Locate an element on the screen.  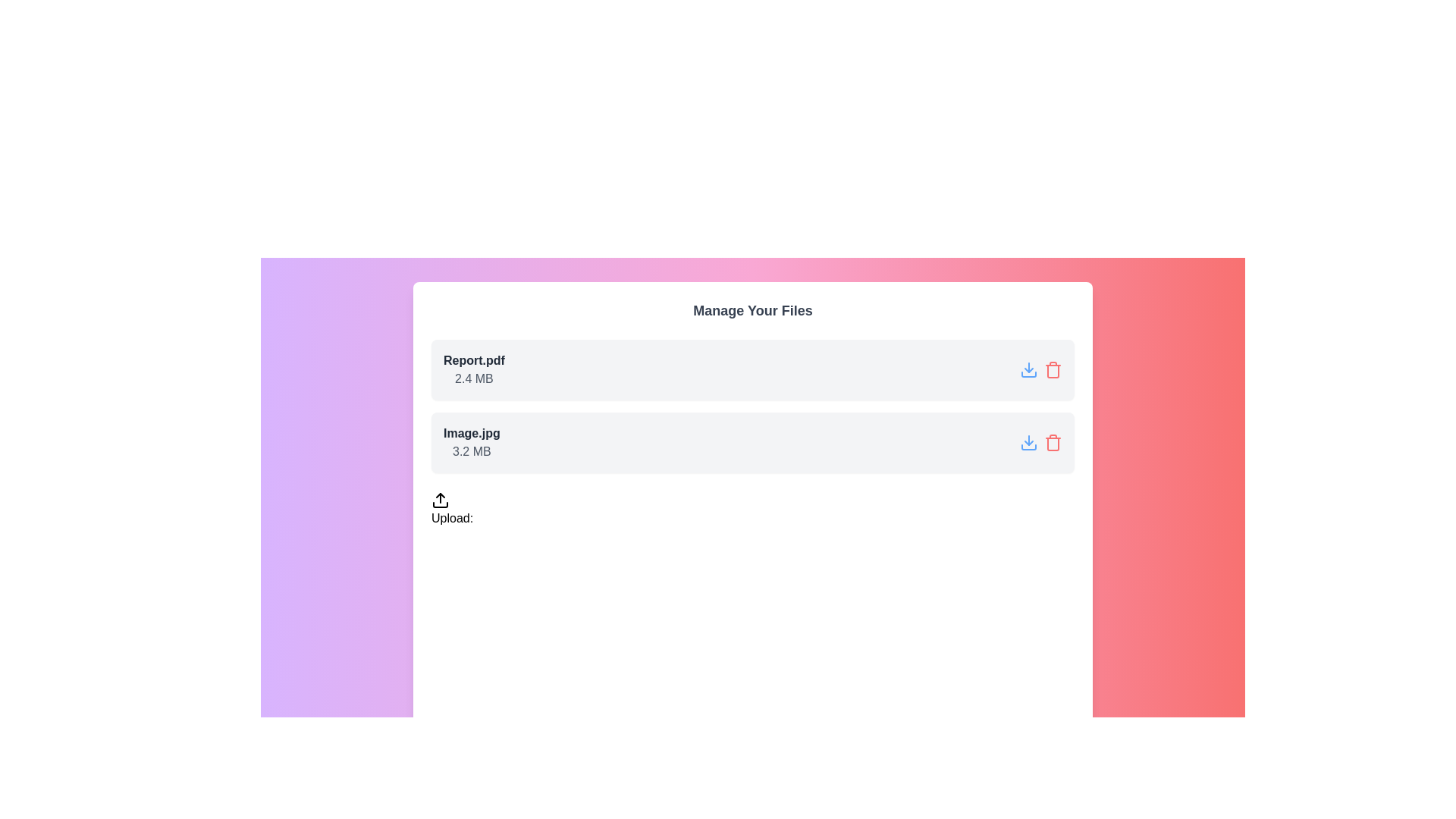
text content of the text label displaying the filename 'Report.pdf', which is prominently styled in bold and dark gray, located at the top section of the list layout is located at coordinates (473, 360).